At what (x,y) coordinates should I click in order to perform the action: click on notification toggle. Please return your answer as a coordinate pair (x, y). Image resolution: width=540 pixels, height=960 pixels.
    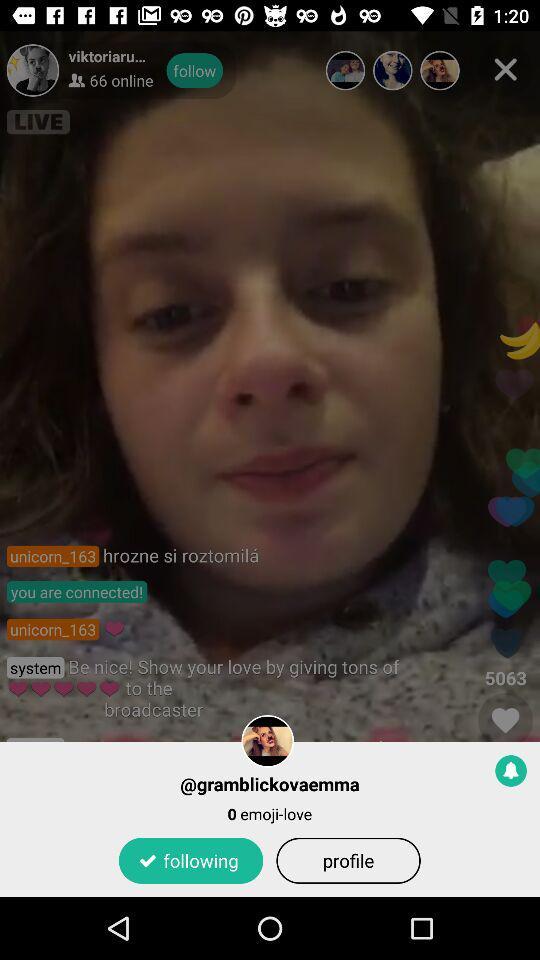
    Looking at the image, I should click on (511, 769).